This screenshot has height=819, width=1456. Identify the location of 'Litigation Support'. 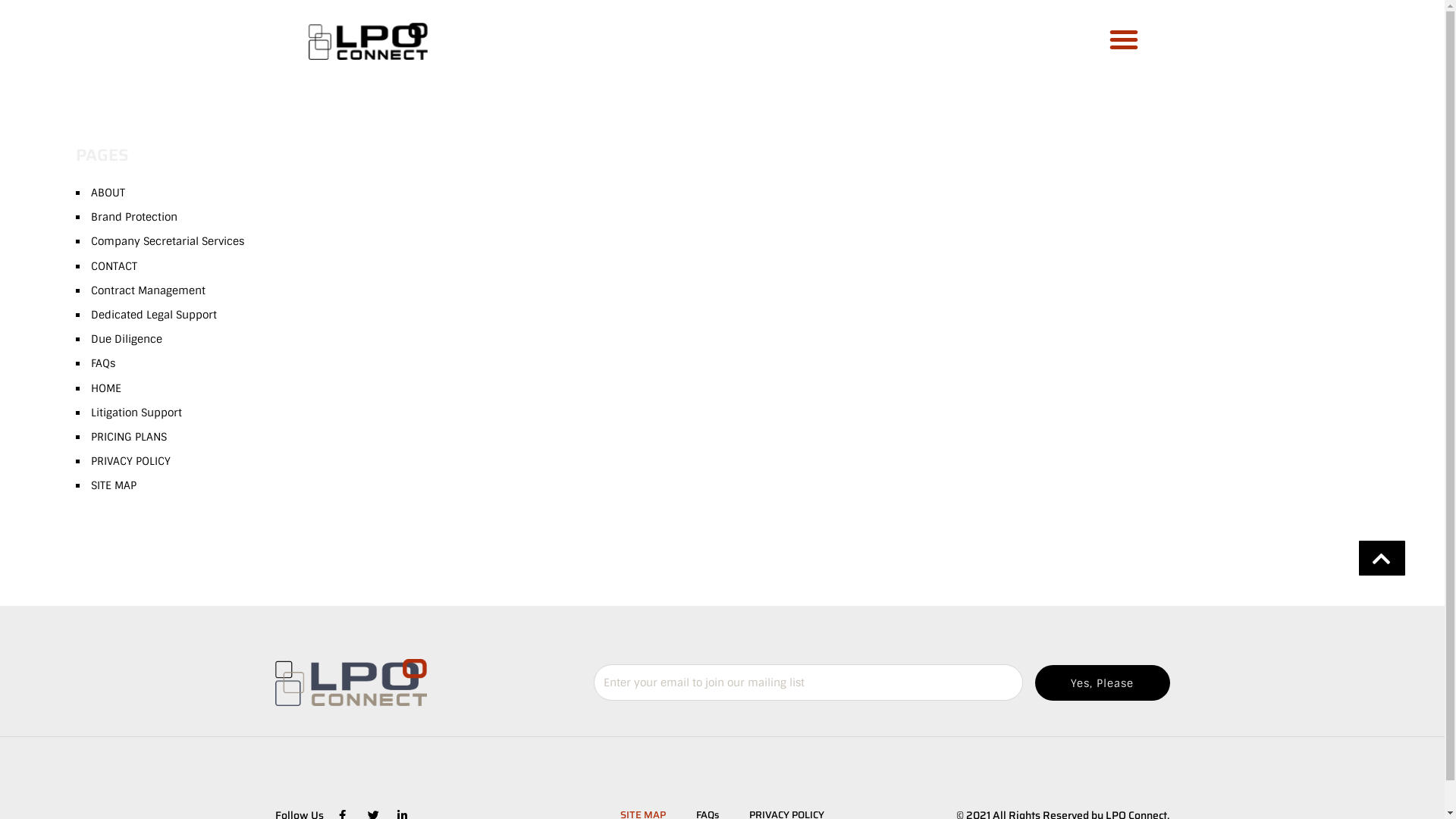
(136, 412).